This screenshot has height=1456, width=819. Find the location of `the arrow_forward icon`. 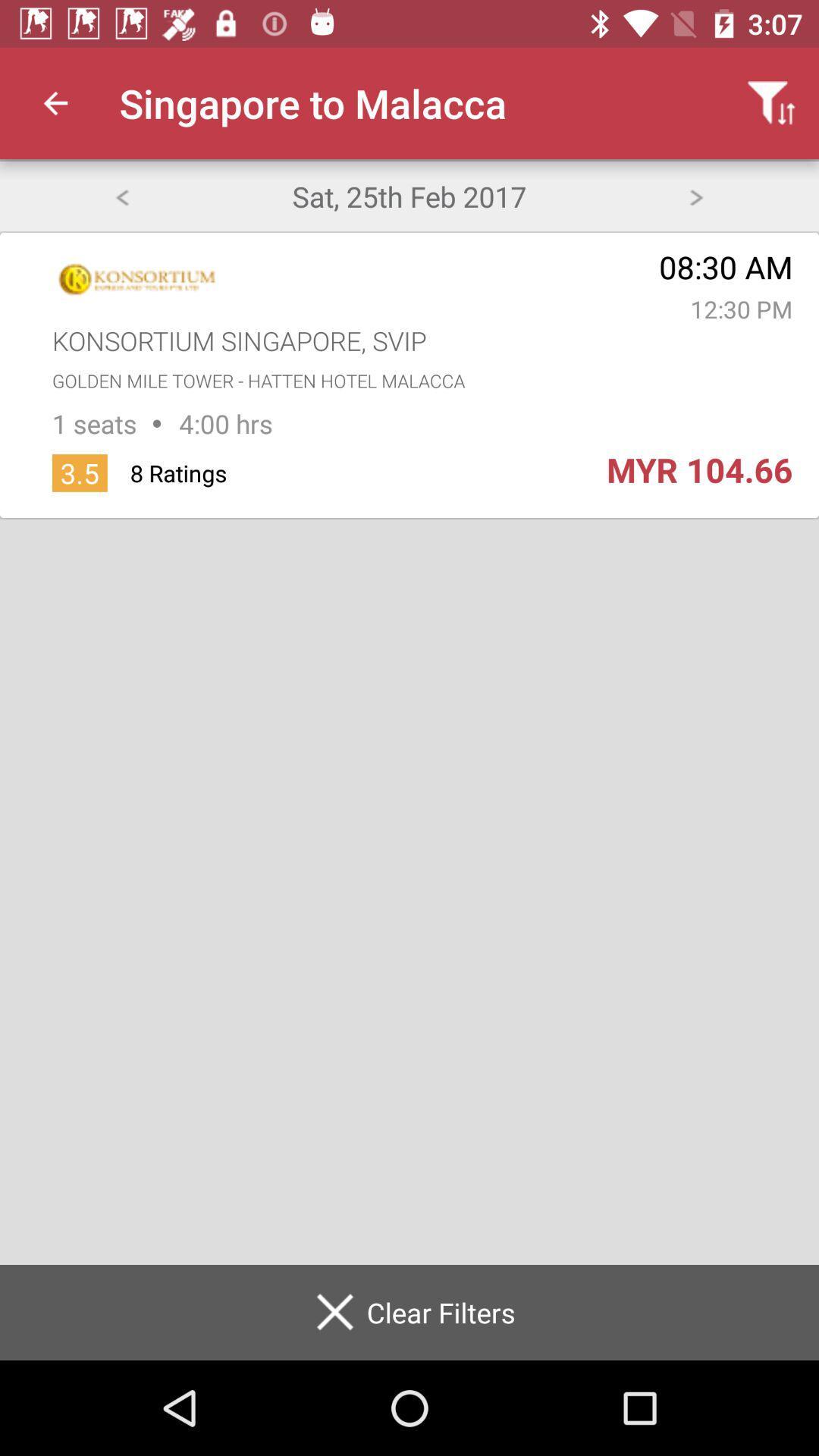

the arrow_forward icon is located at coordinates (696, 195).